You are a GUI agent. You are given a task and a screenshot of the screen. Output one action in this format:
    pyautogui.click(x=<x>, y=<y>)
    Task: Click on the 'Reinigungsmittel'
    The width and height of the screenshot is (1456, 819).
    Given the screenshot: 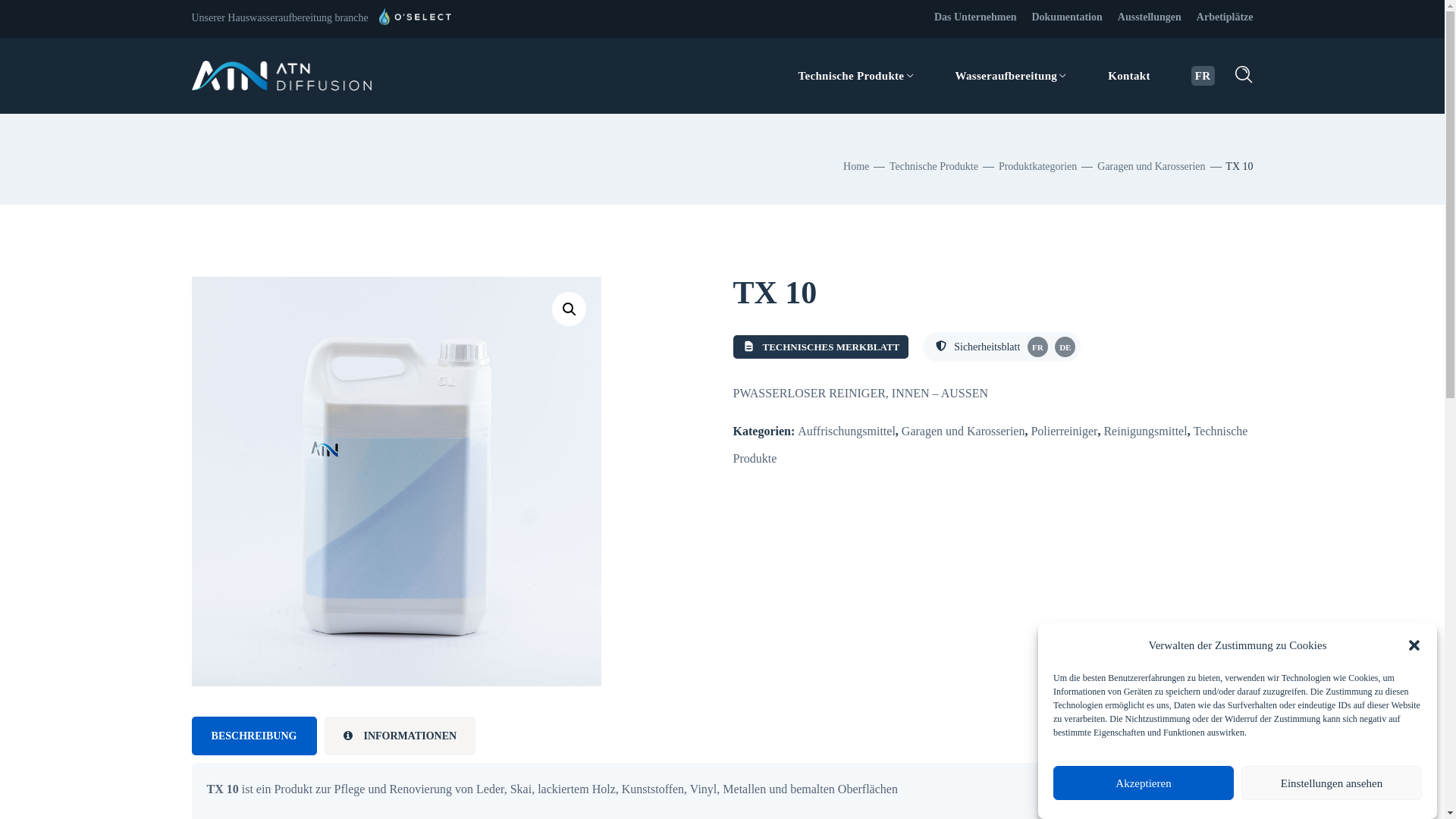 What is the action you would take?
    pyautogui.click(x=1145, y=431)
    